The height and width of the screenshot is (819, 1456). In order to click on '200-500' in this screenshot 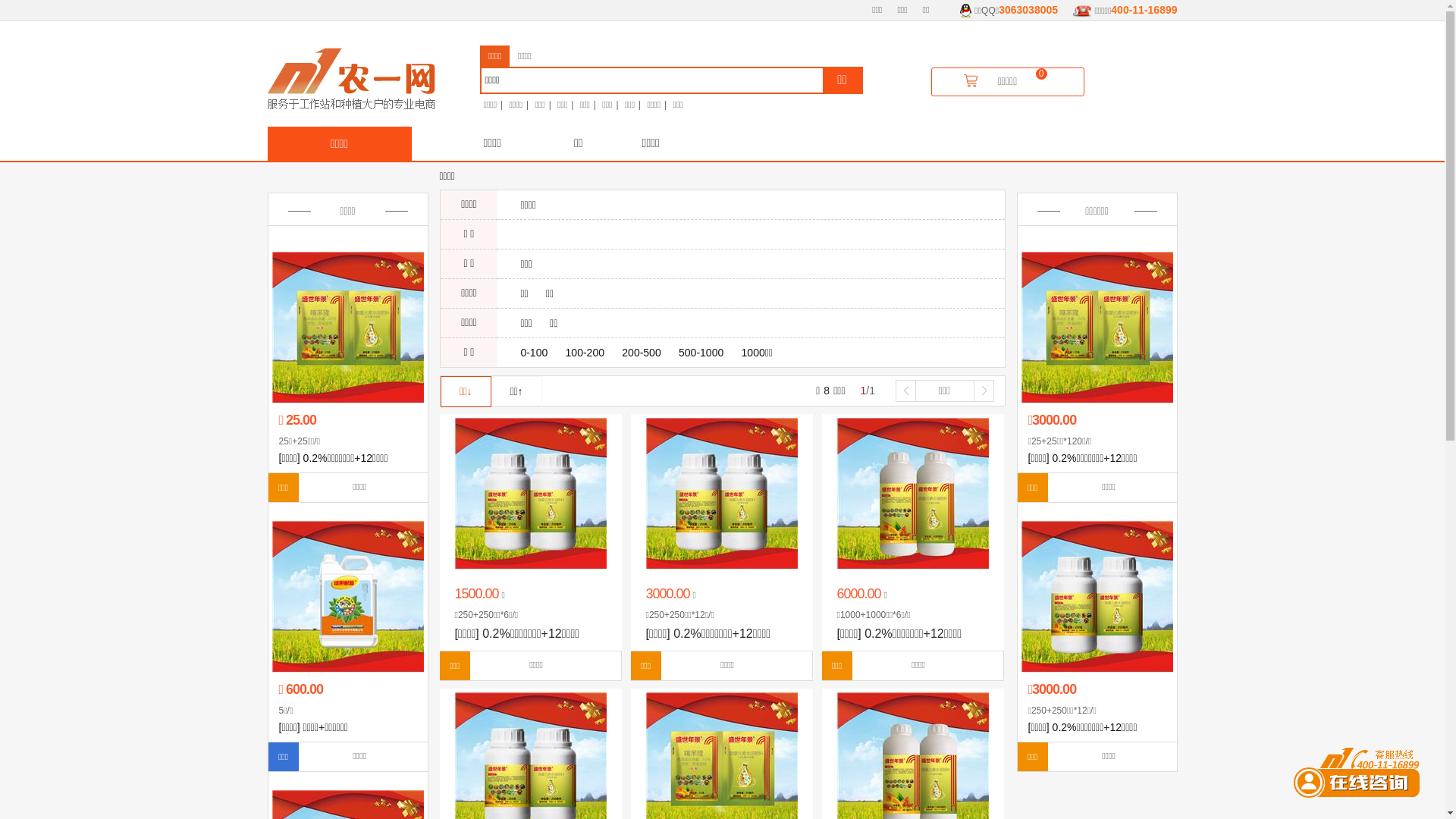, I will do `click(641, 353)`.